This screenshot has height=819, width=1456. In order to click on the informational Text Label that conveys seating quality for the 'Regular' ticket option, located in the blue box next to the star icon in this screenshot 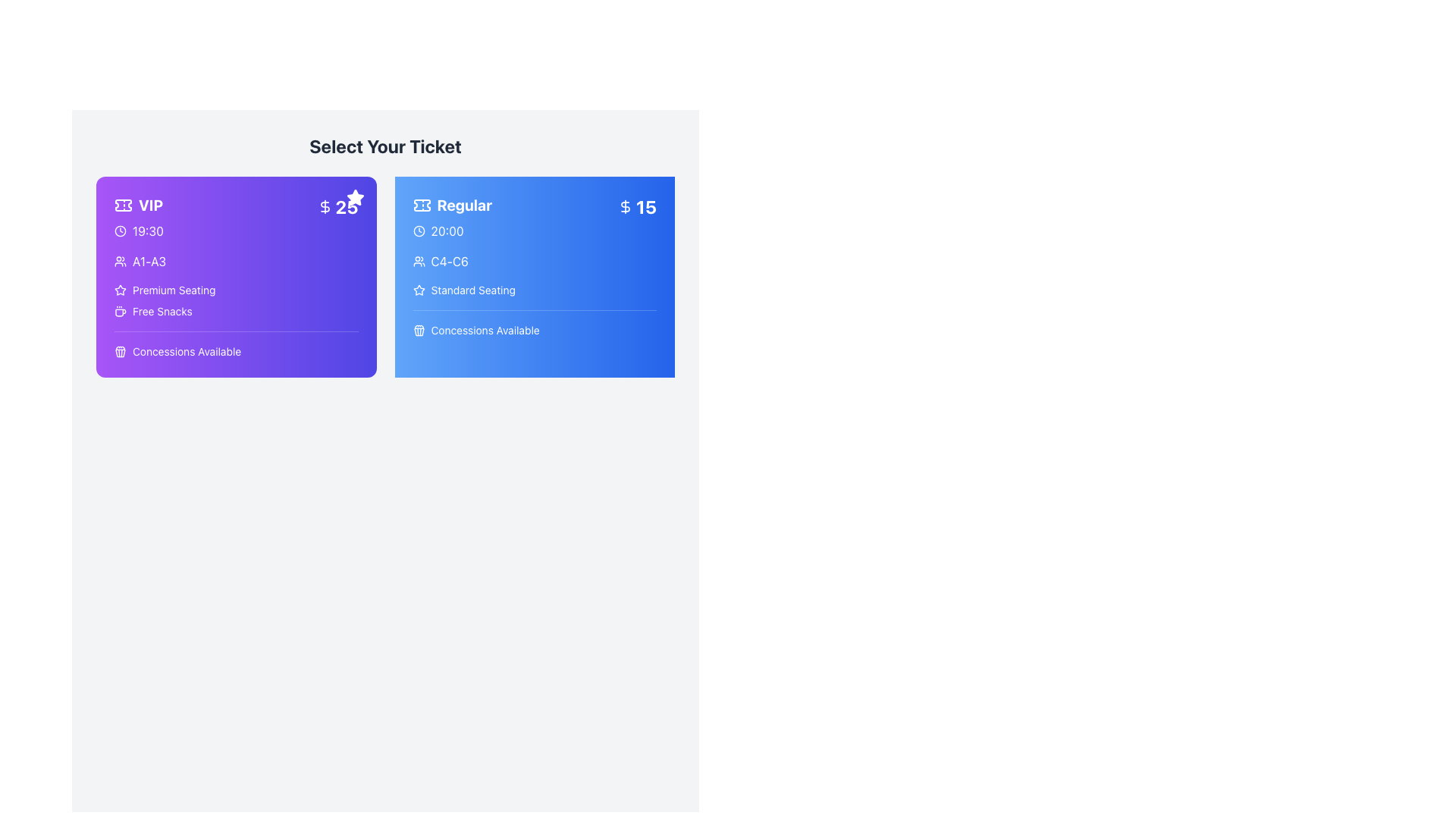, I will do `click(472, 290)`.